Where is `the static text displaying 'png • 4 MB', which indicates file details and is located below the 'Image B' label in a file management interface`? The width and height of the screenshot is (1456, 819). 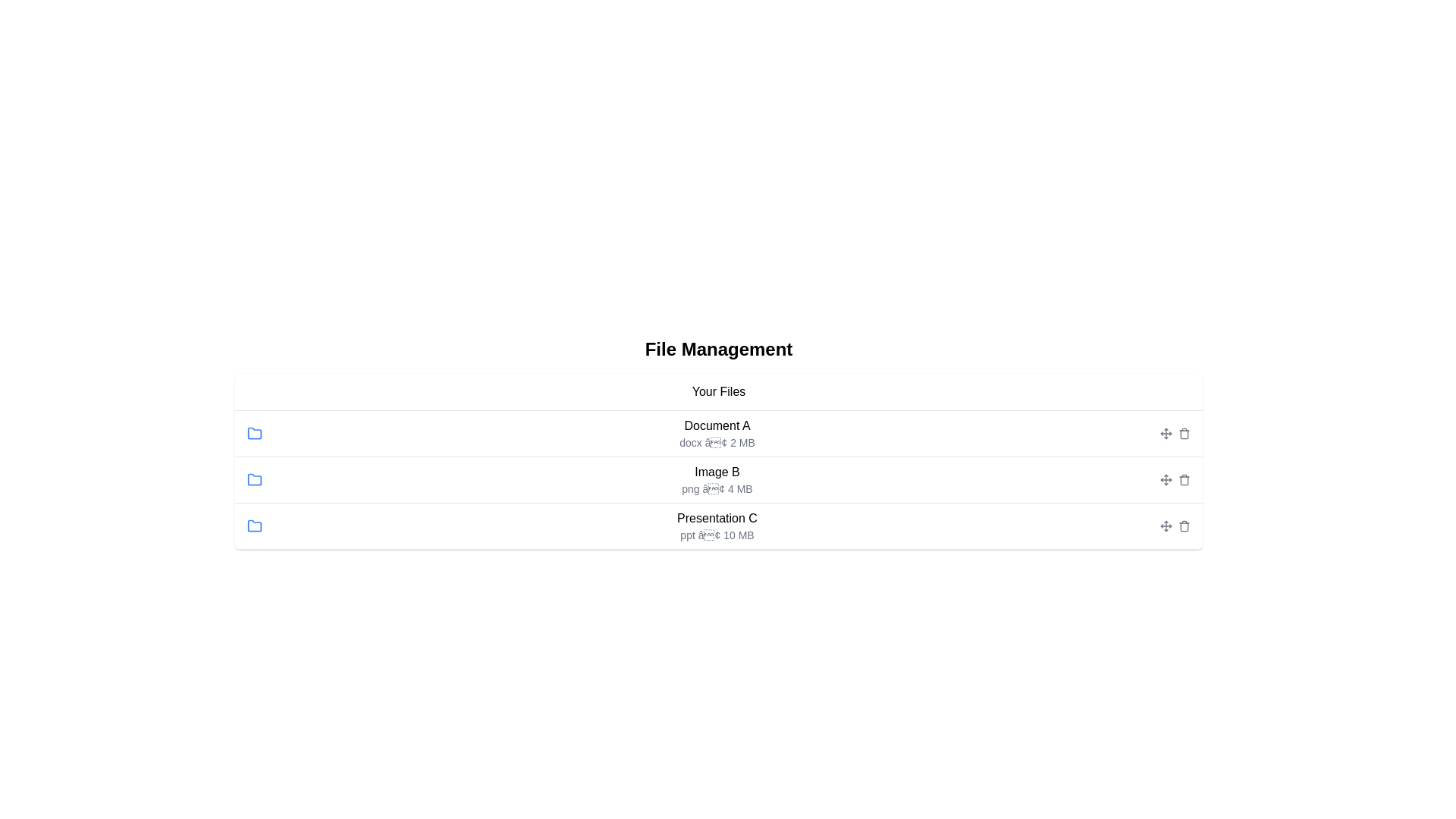
the static text displaying 'png • 4 MB', which indicates file details and is located below the 'Image B' label in a file management interface is located at coordinates (716, 488).